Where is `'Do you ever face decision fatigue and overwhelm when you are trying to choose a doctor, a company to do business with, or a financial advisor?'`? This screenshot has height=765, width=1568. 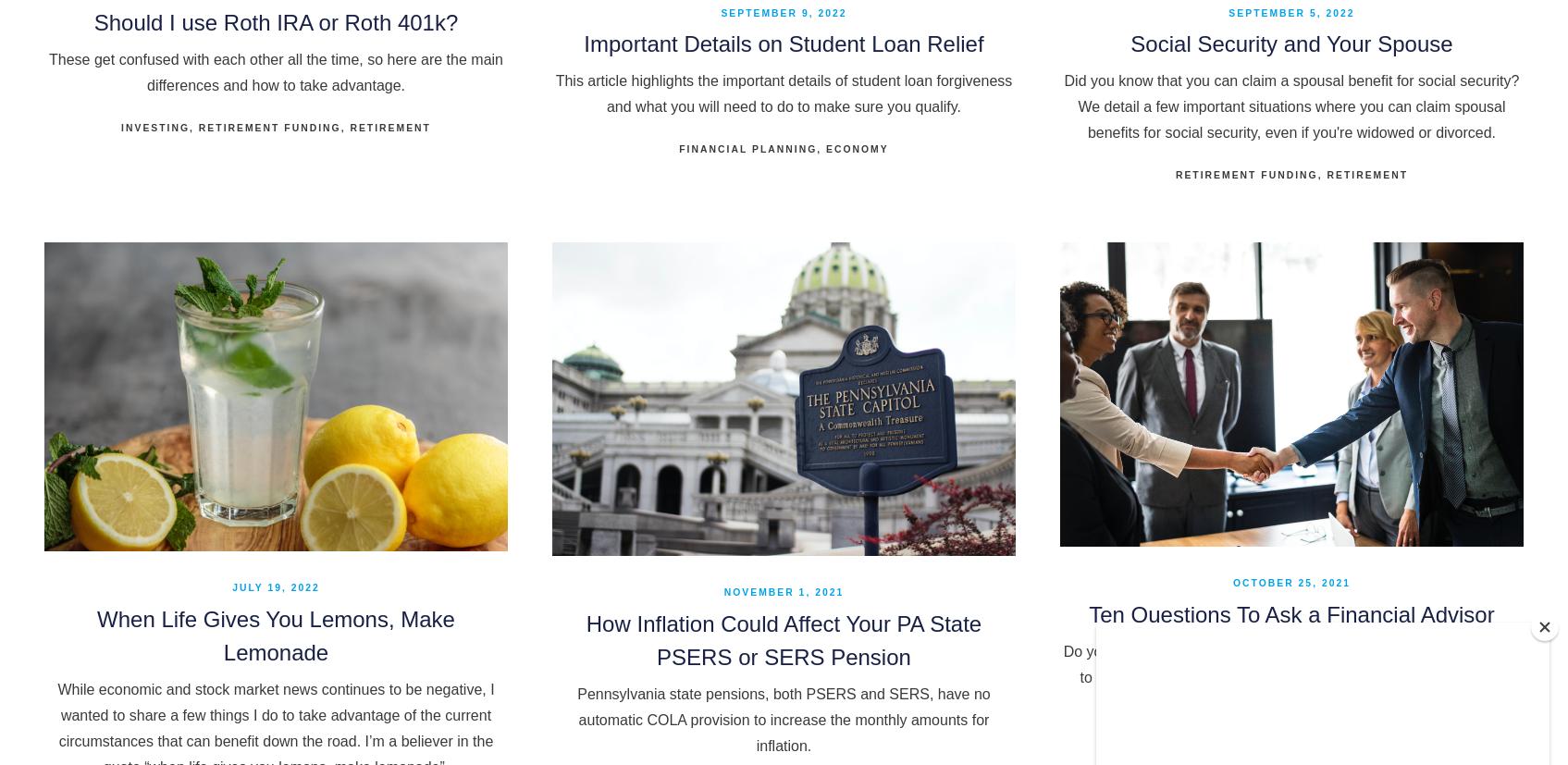
'Do you ever face decision fatigue and overwhelm when you are trying to choose a doctor, a company to do business with, or a financial advisor?' is located at coordinates (1062, 676).